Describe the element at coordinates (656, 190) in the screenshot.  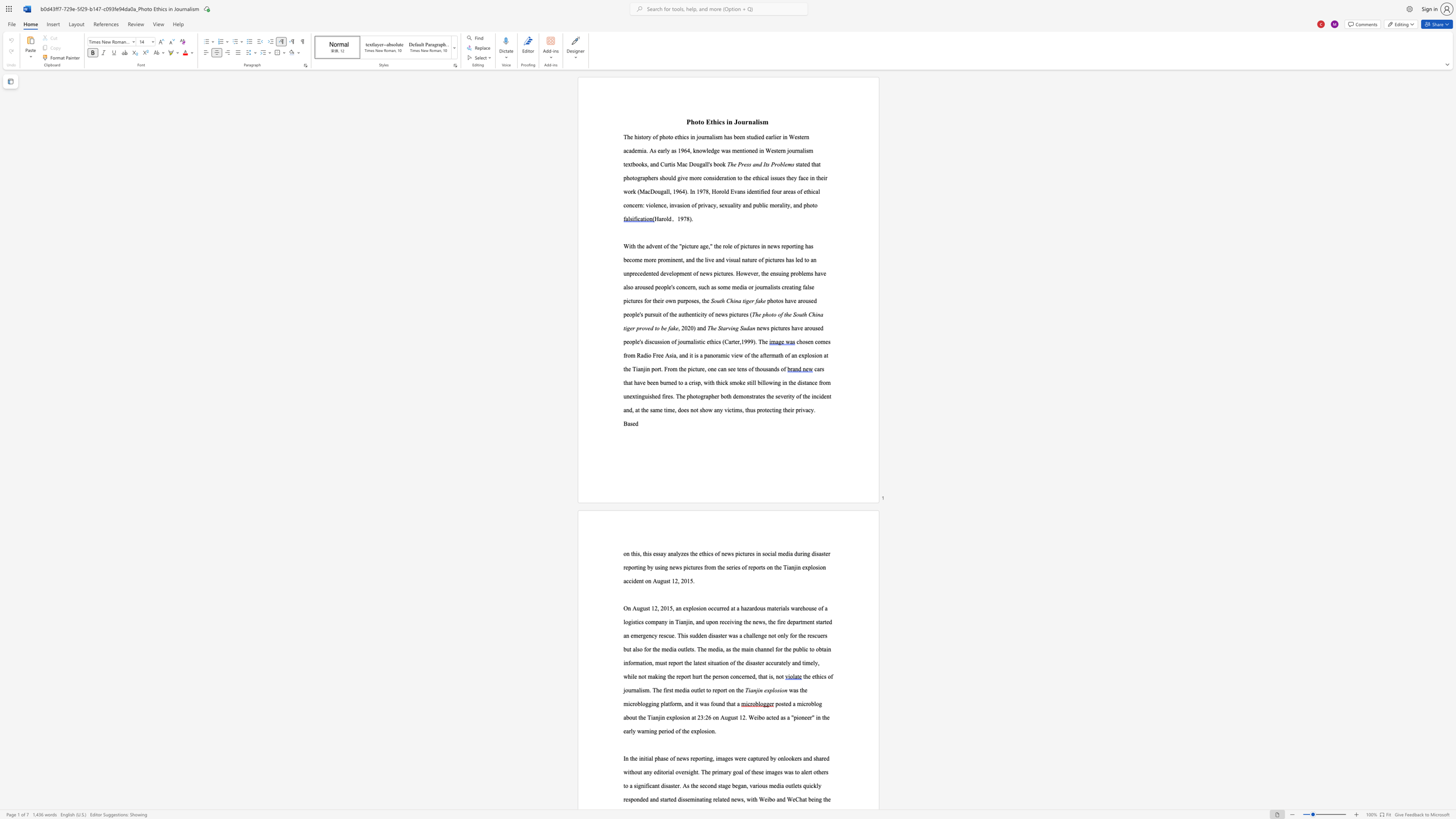
I see `the 1th character "o" in the text` at that location.